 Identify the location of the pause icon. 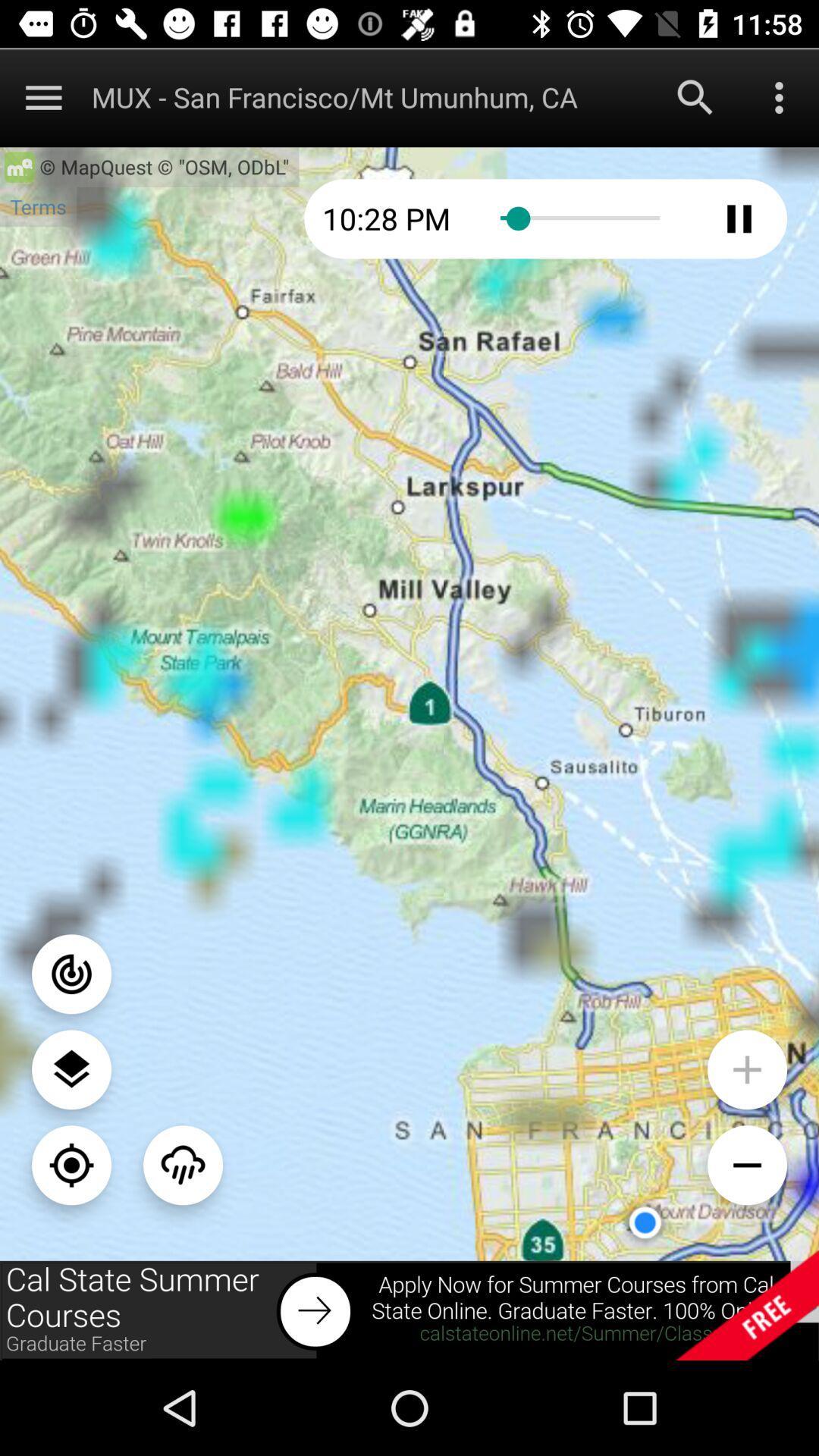
(739, 218).